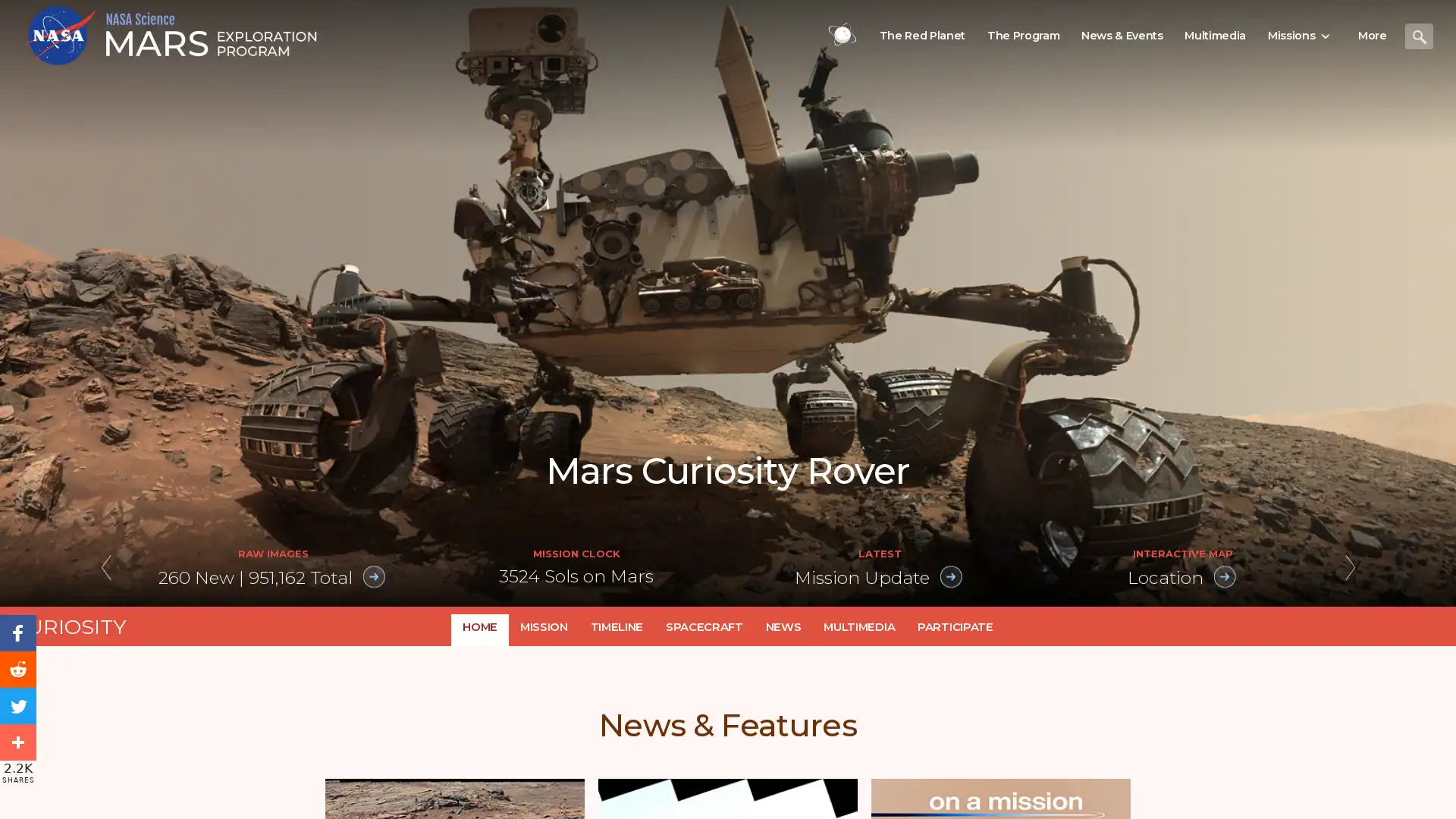 This screenshot has width=1456, height=819. What do you see at coordinates (1350, 569) in the screenshot?
I see `Next` at bounding box center [1350, 569].